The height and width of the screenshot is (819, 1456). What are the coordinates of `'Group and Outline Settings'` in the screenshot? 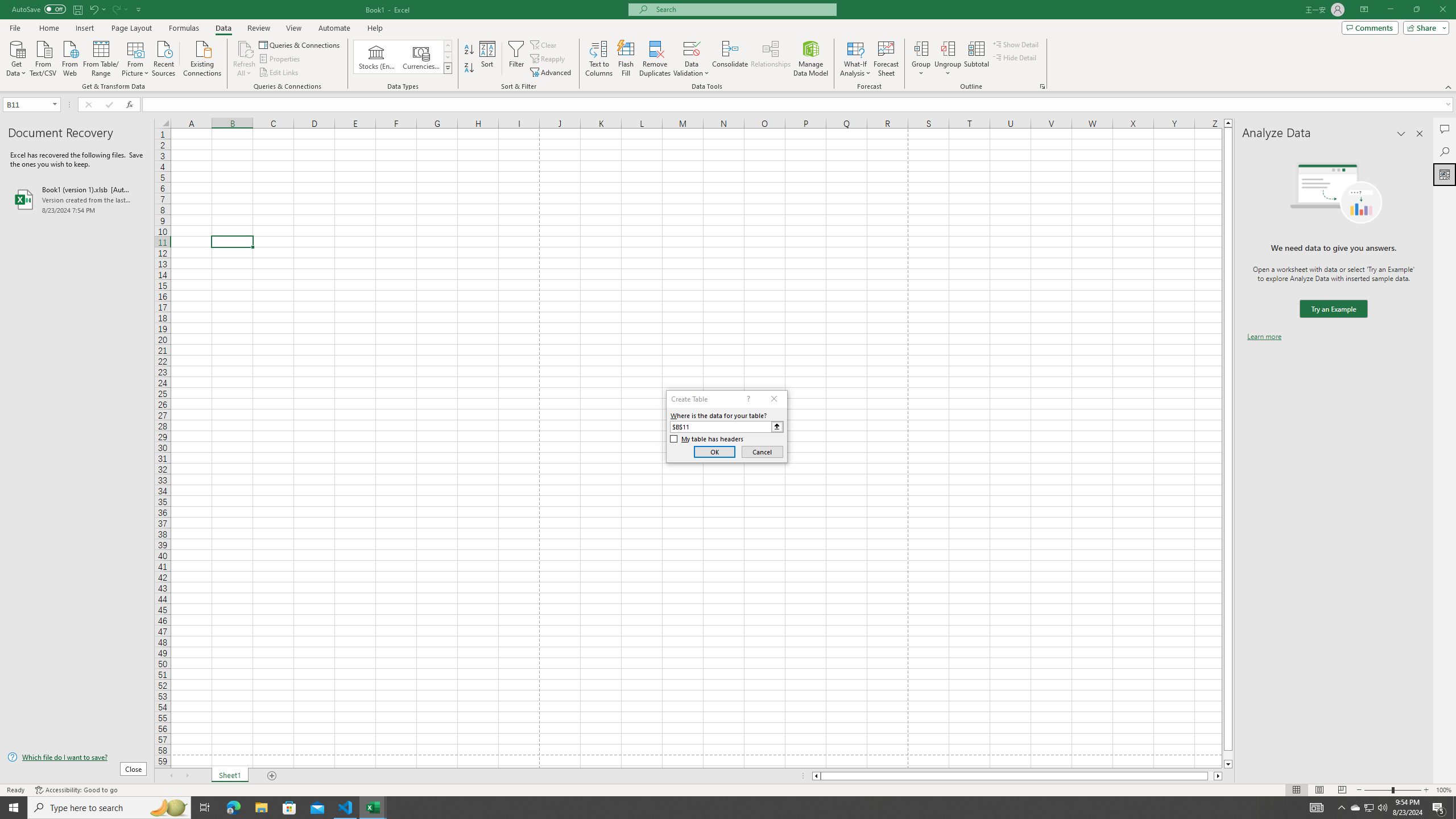 It's located at (1041, 85).